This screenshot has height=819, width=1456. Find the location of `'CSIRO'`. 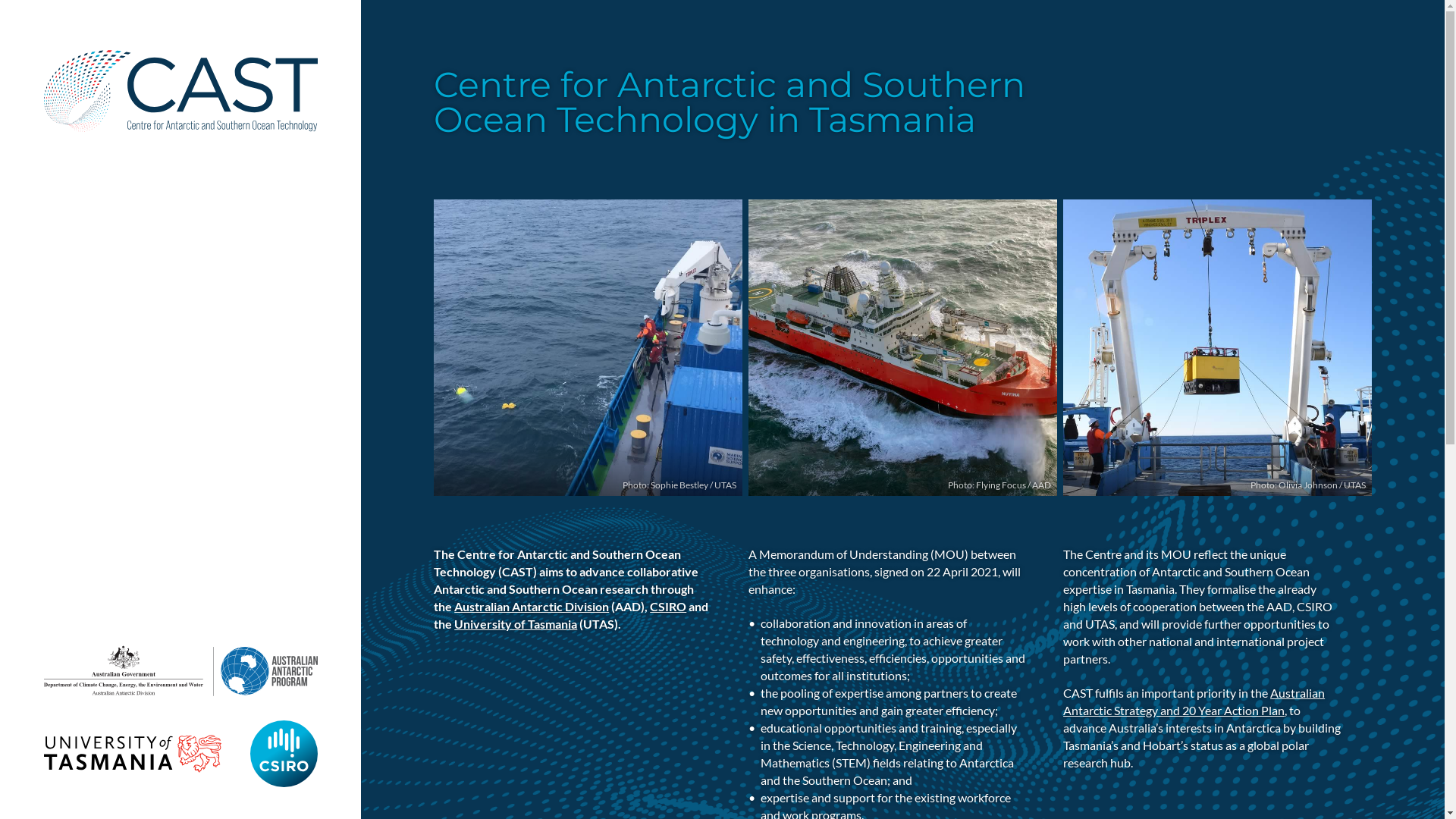

'CSIRO' is located at coordinates (667, 605).